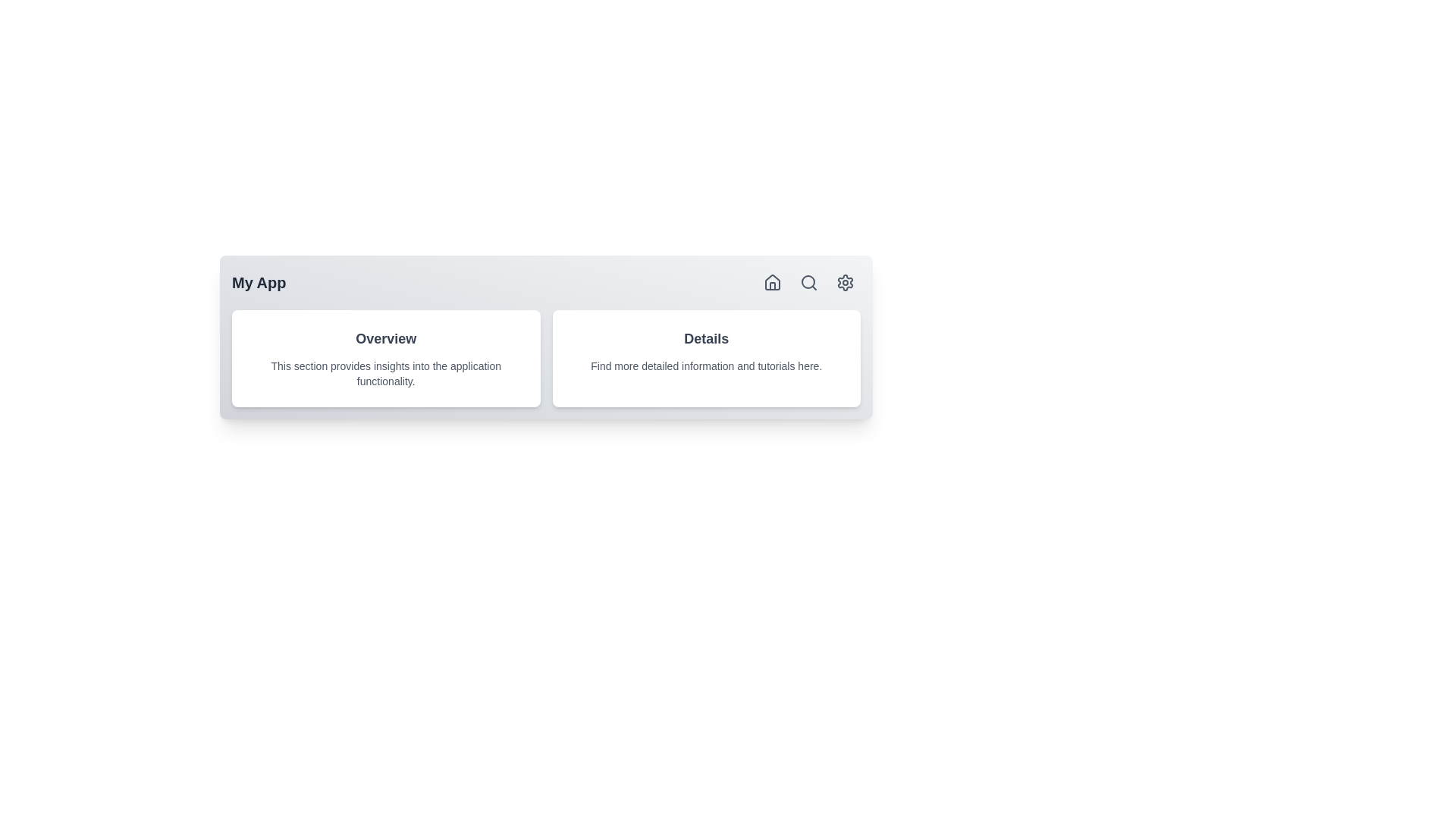 The height and width of the screenshot is (819, 1456). What do you see at coordinates (808, 283) in the screenshot?
I see `the magnifying glass icon located at the top-right corner of the UI` at bounding box center [808, 283].